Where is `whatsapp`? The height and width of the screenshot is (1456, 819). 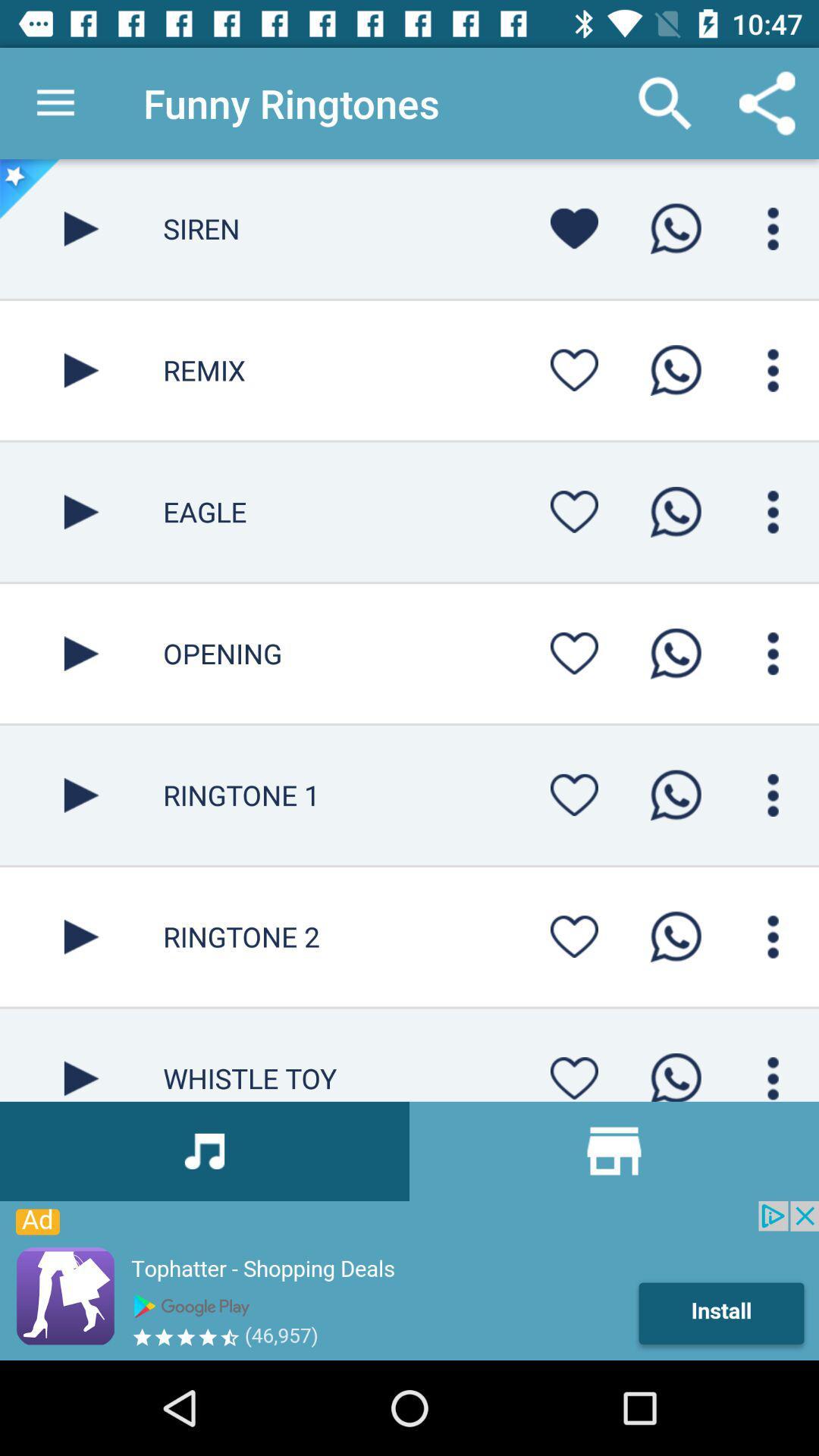
whatsapp is located at coordinates (675, 654).